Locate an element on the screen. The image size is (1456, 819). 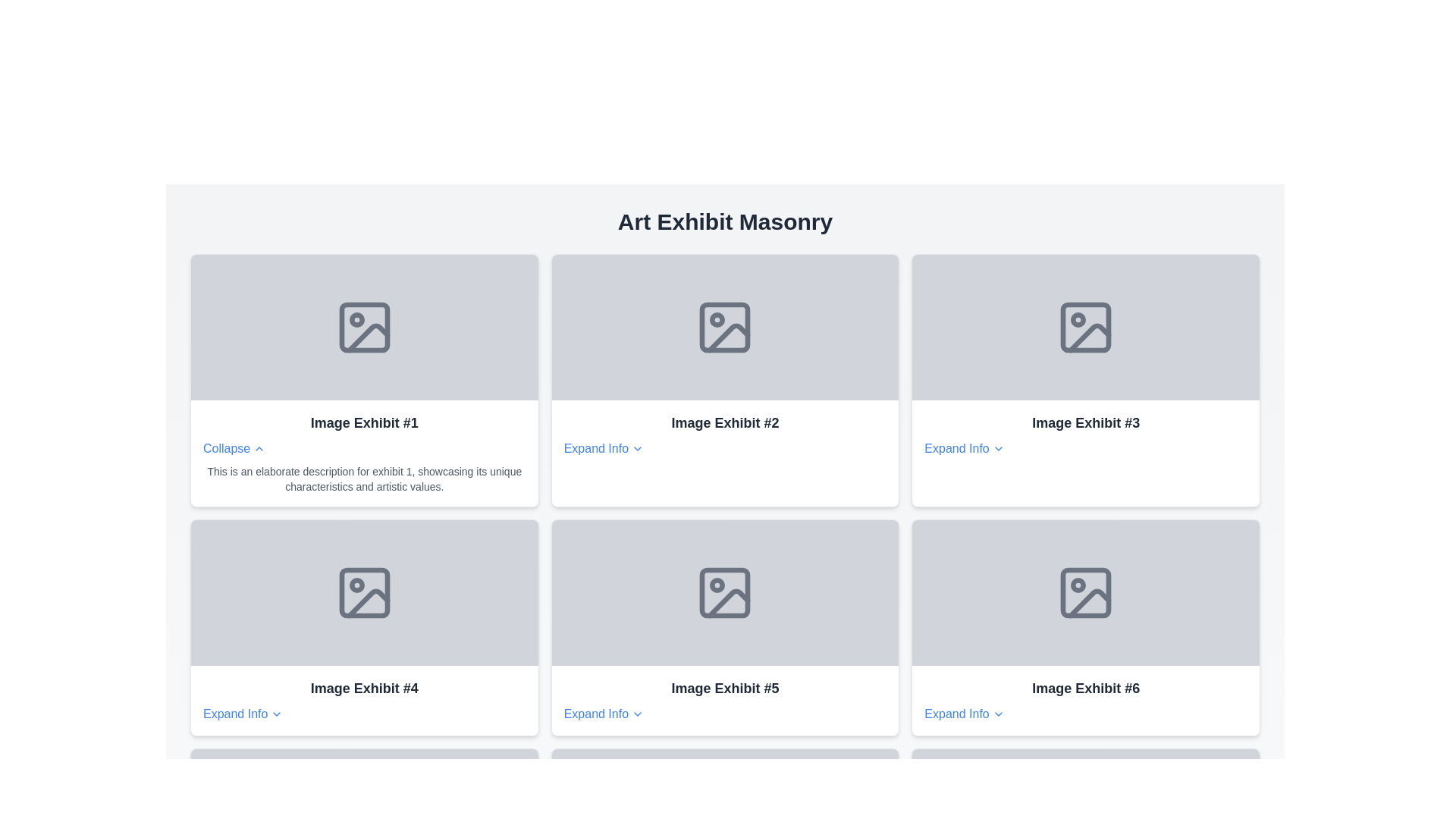
the title text located in the third card of the first row of the exhibit grid, positioned below the image icon and above the 'Expand Info' link and arrow icon, to potentially trigger an interaction is located at coordinates (1085, 423).